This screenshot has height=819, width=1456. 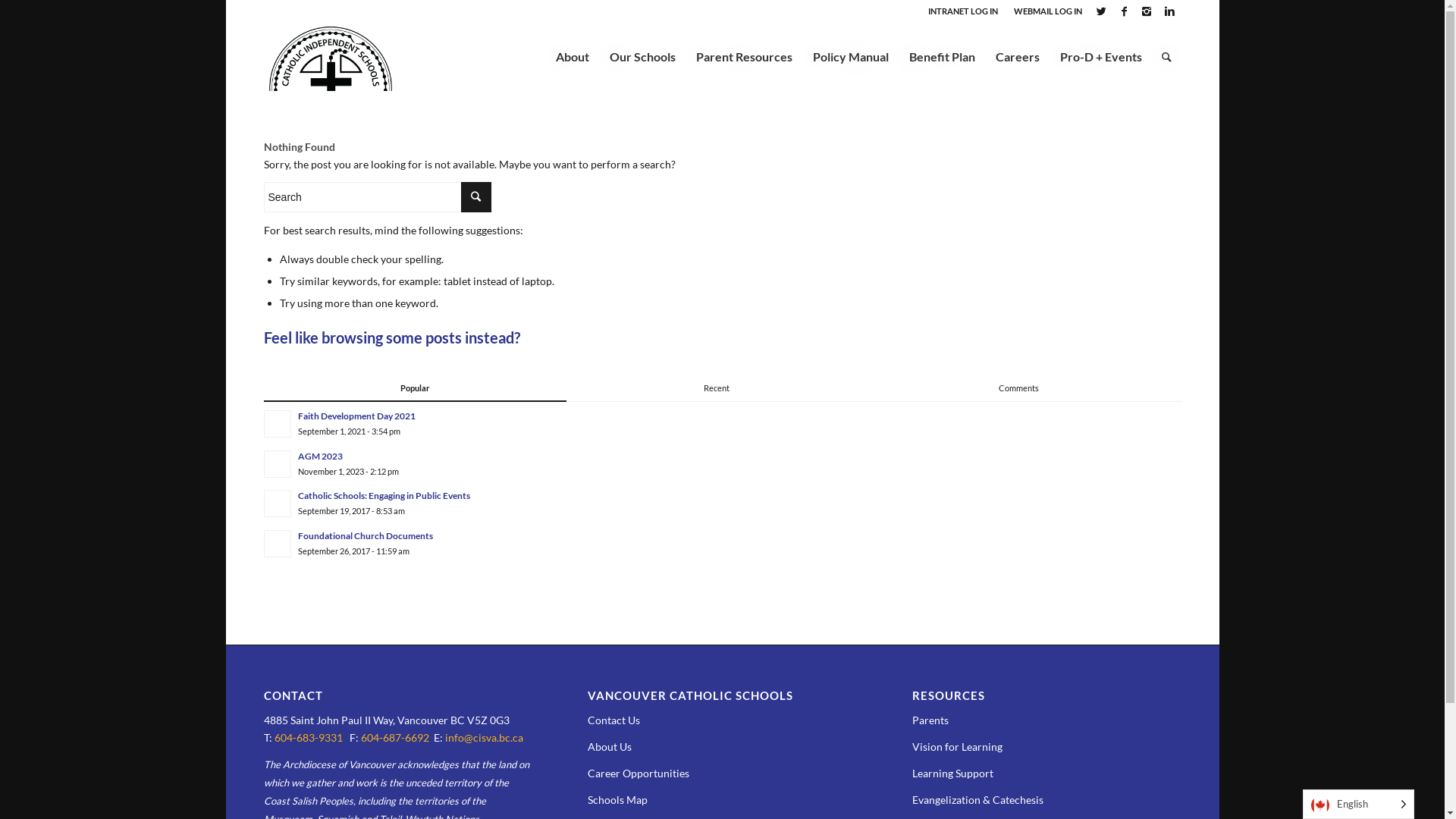 I want to click on 'About', so click(x=571, y=55).